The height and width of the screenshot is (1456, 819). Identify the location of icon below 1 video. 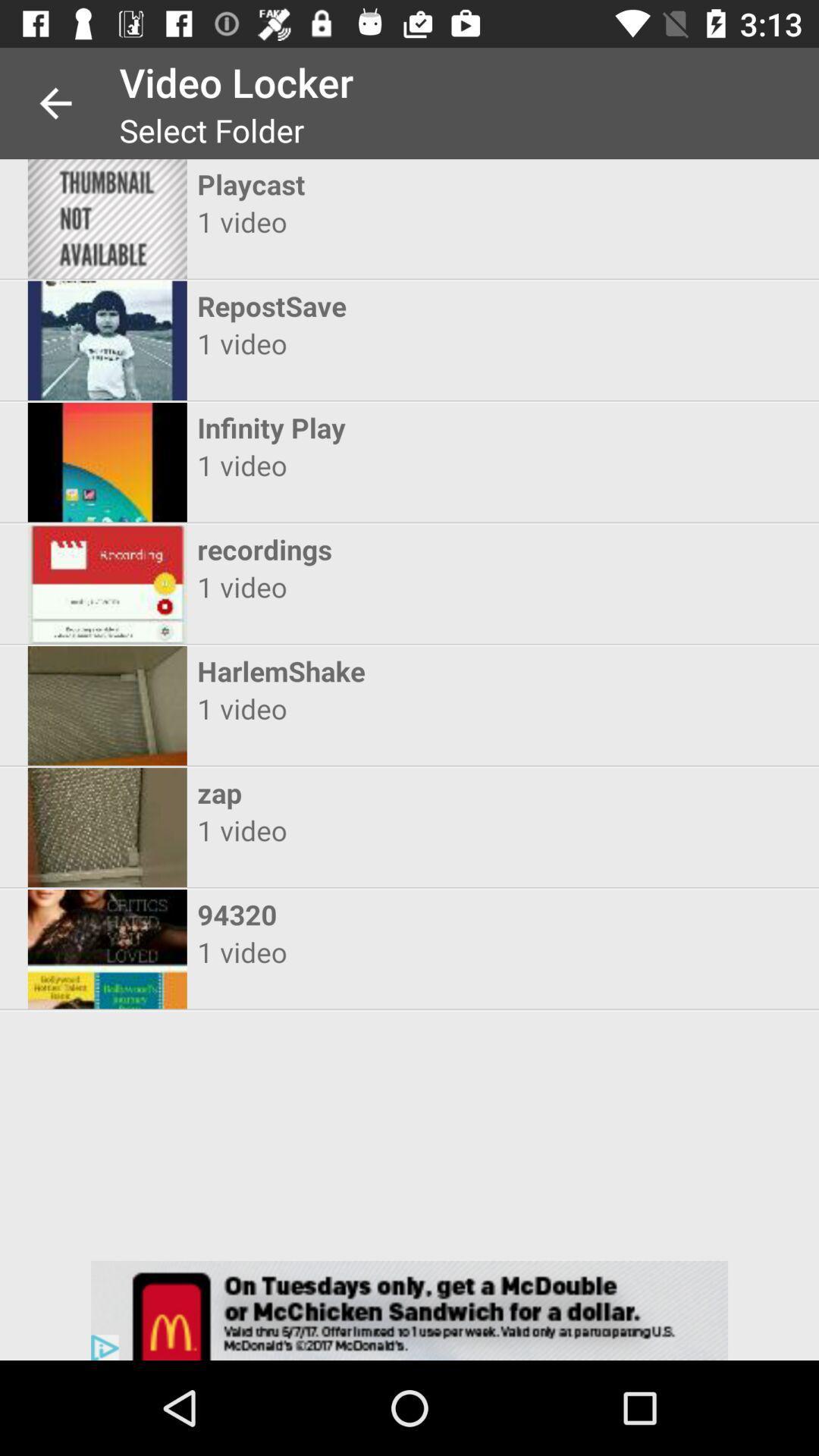
(395, 548).